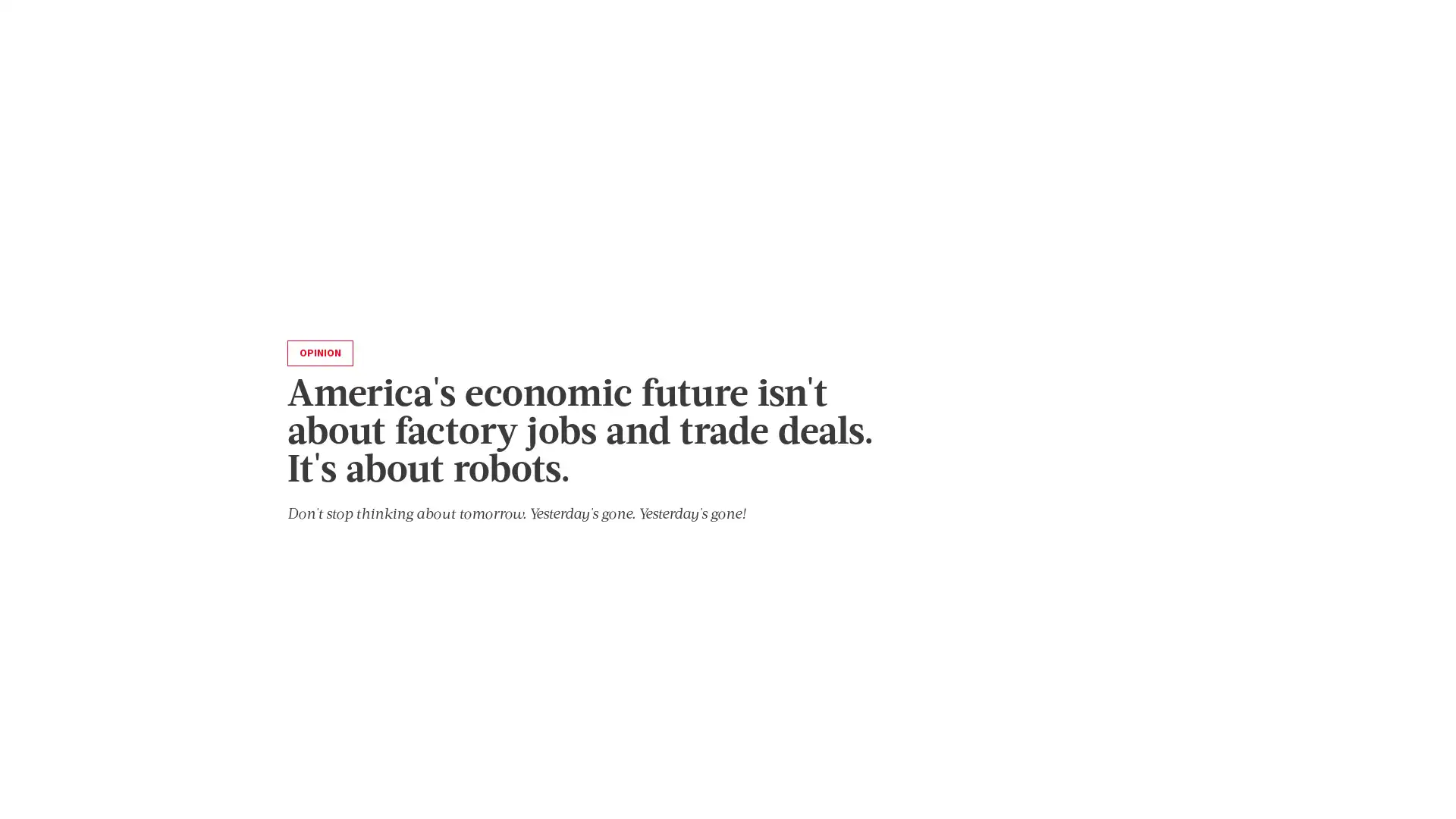 The height and width of the screenshot is (819, 1456). Describe the element at coordinates (1146, 86) in the screenshot. I see `Search` at that location.